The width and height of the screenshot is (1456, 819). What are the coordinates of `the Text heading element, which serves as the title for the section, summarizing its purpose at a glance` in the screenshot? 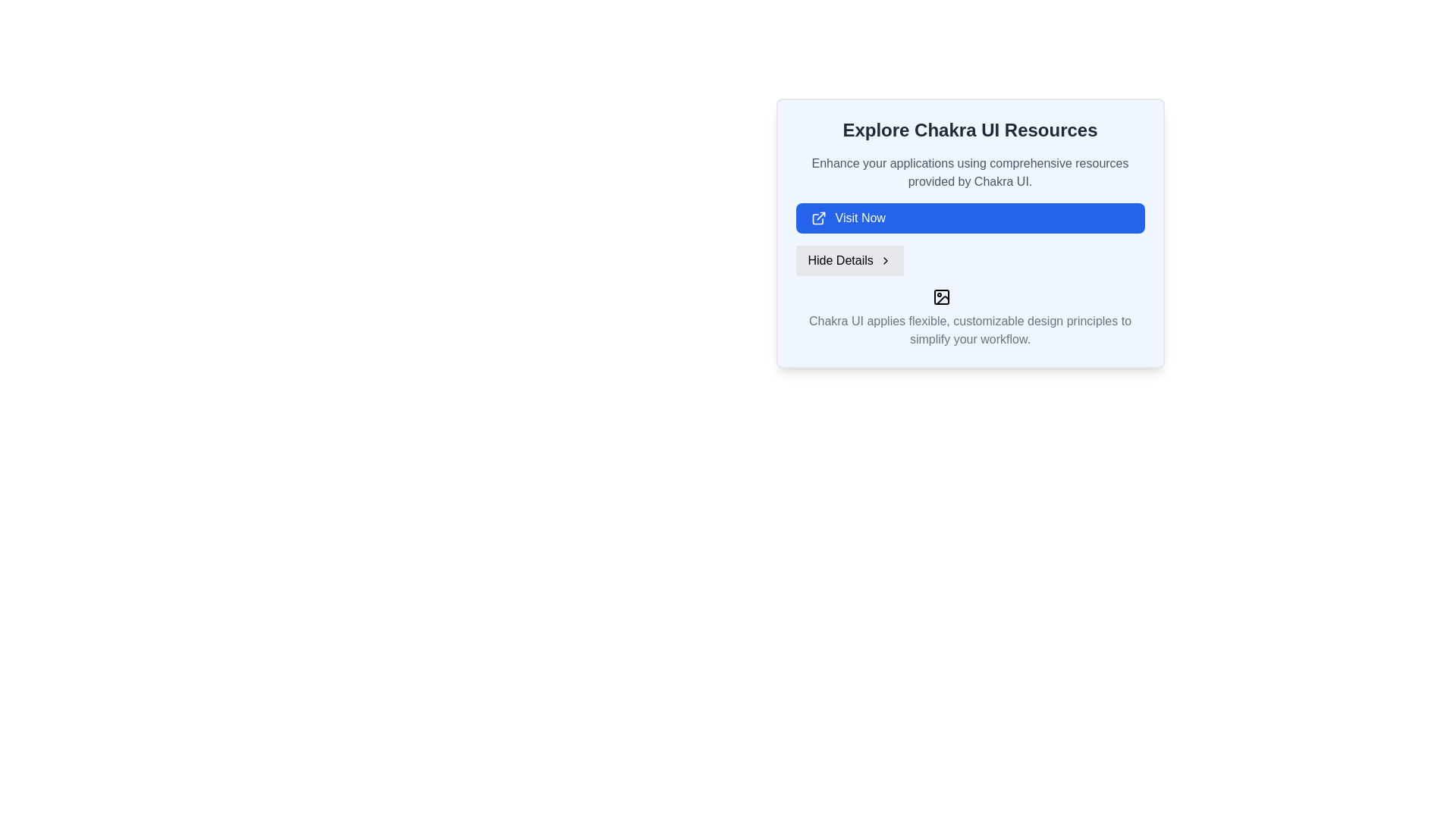 It's located at (969, 130).